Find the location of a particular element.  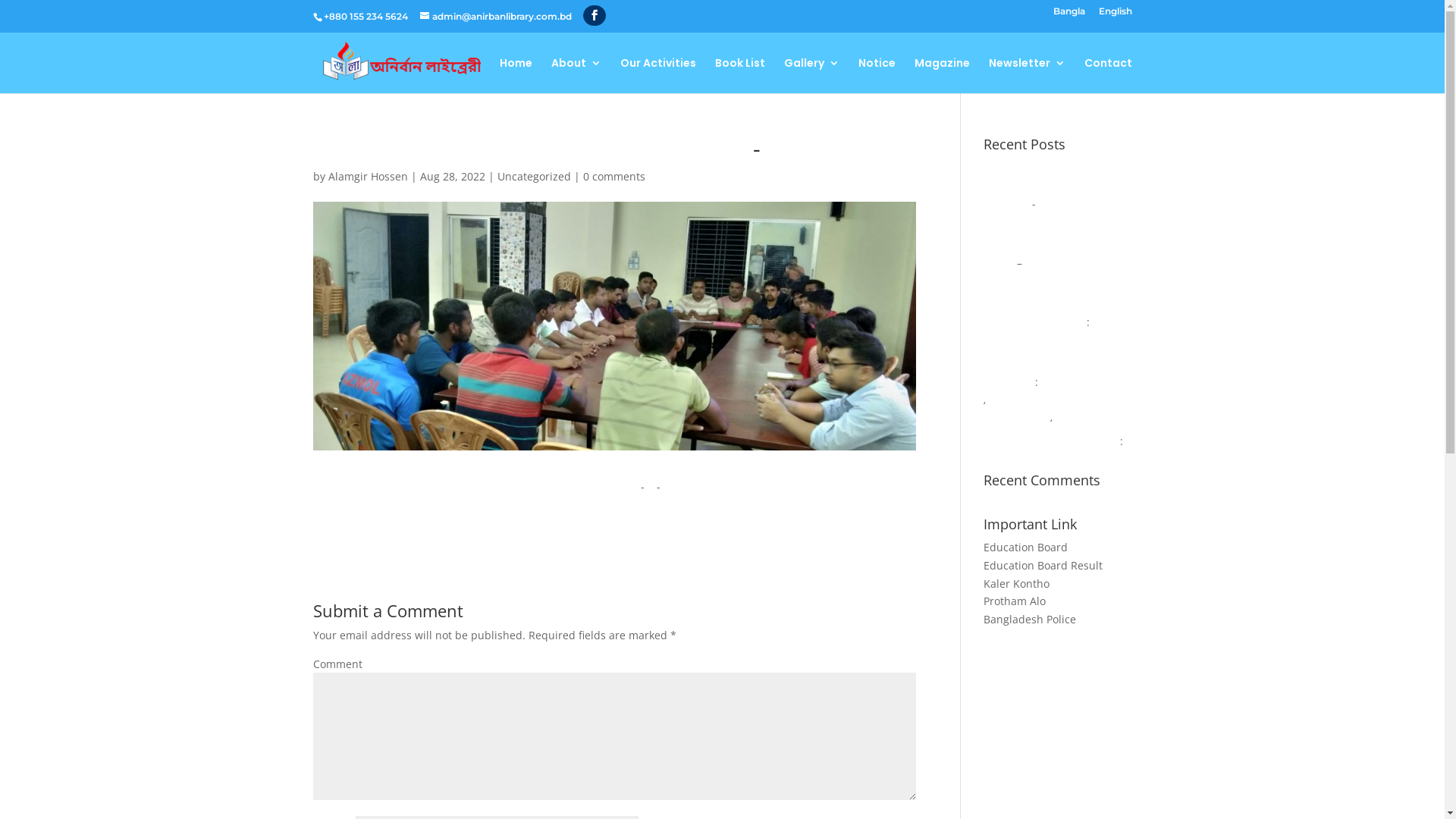

'About' is located at coordinates (574, 75).